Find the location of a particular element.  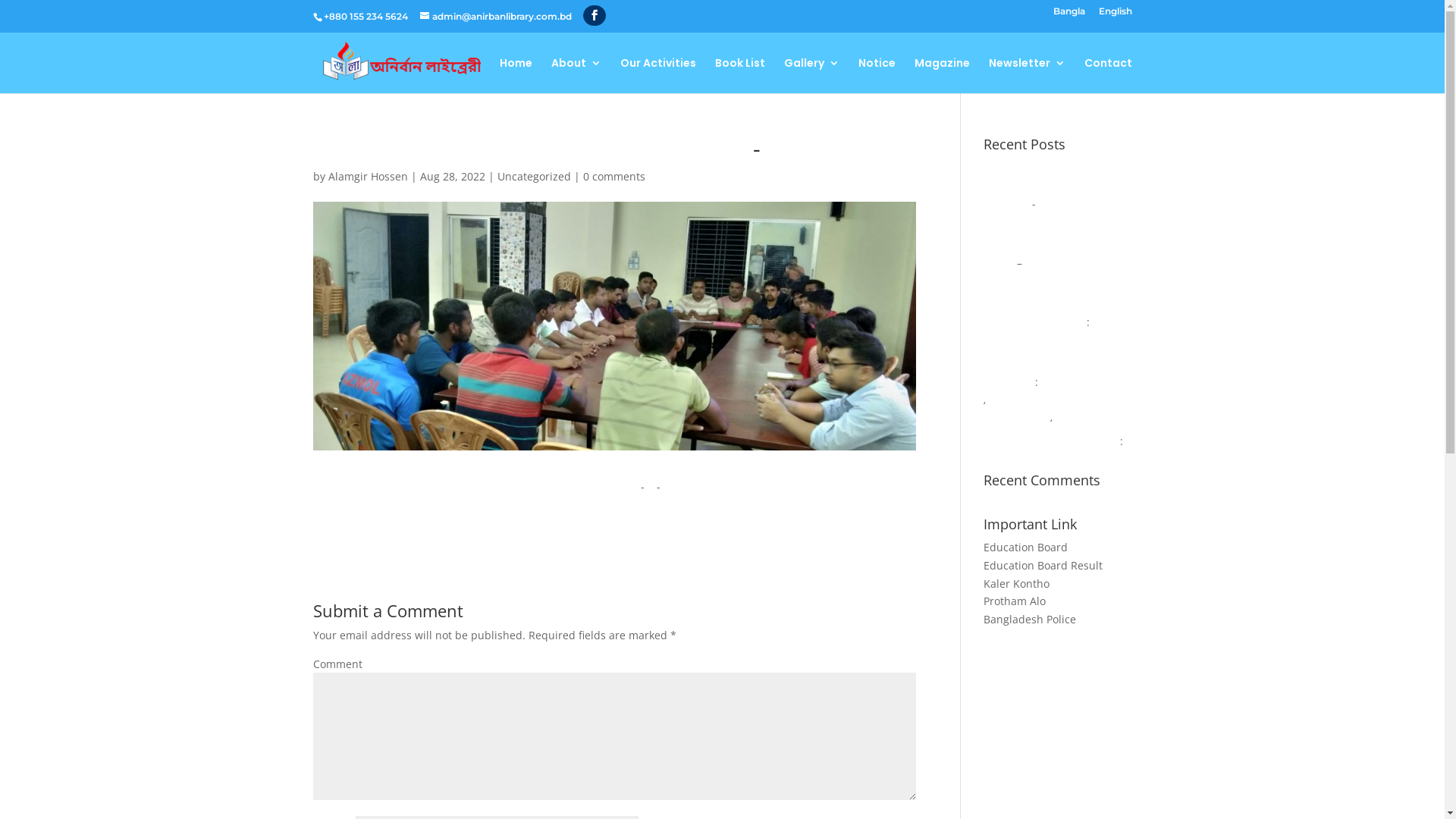

'About' is located at coordinates (574, 75).